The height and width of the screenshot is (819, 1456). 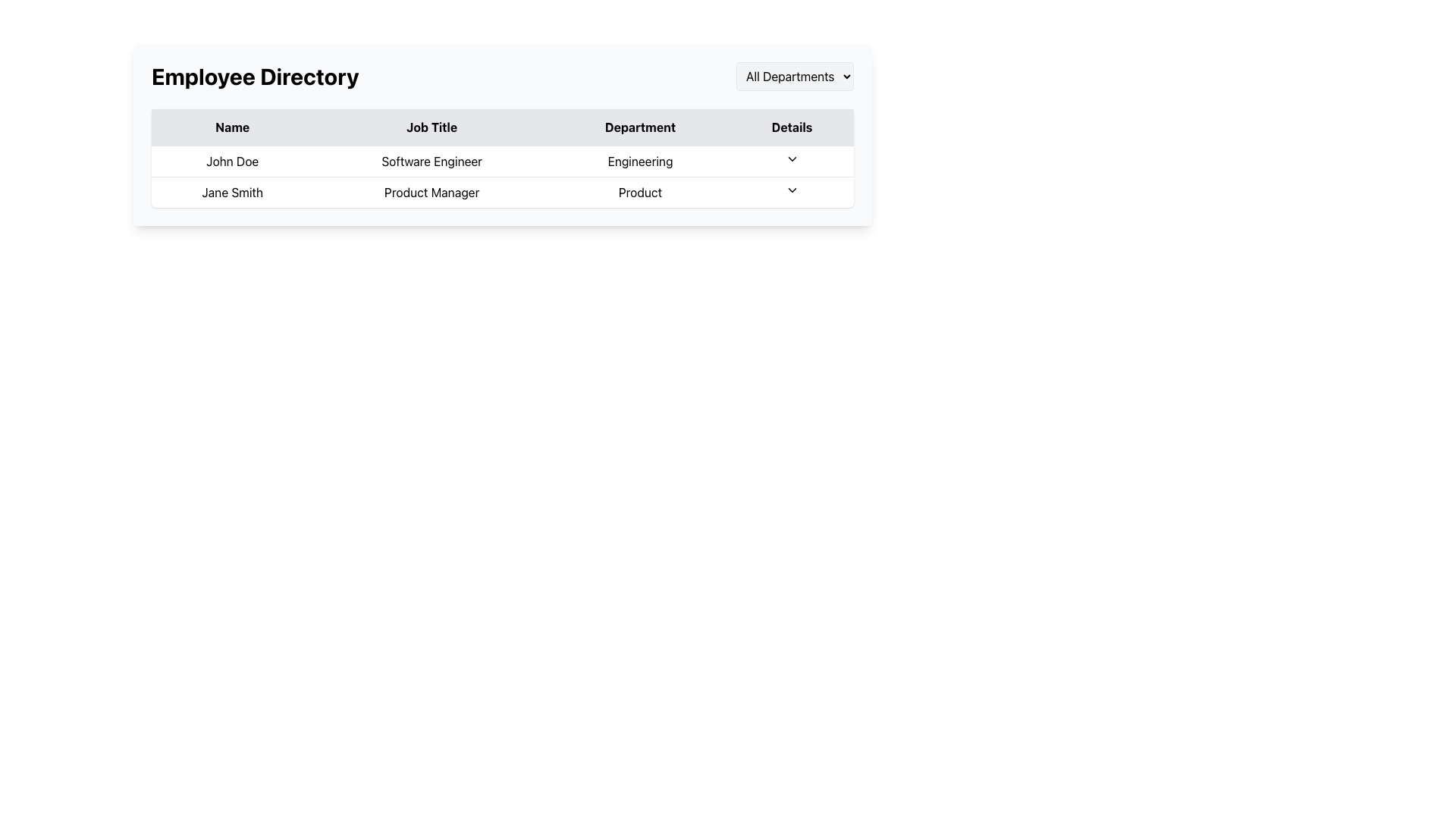 I want to click on the Label/Text Display that shows the job title for 'John Doe', located in the second column of the corresponding row, between the 'Name' and 'Department' columns, so click(x=431, y=161).